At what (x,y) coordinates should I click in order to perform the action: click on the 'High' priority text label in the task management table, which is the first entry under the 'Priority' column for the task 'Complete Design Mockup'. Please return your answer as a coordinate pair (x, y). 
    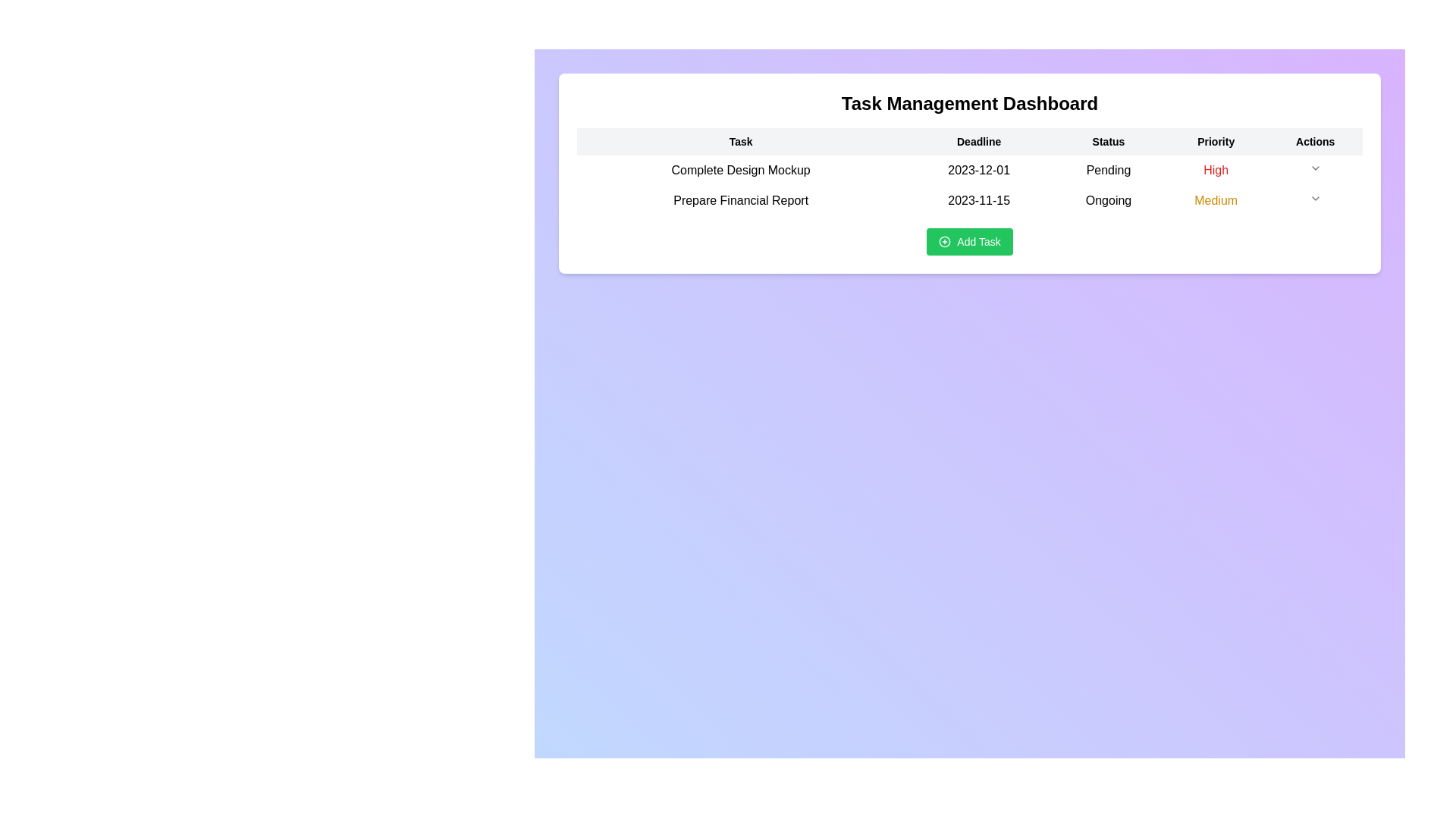
    Looking at the image, I should click on (1216, 170).